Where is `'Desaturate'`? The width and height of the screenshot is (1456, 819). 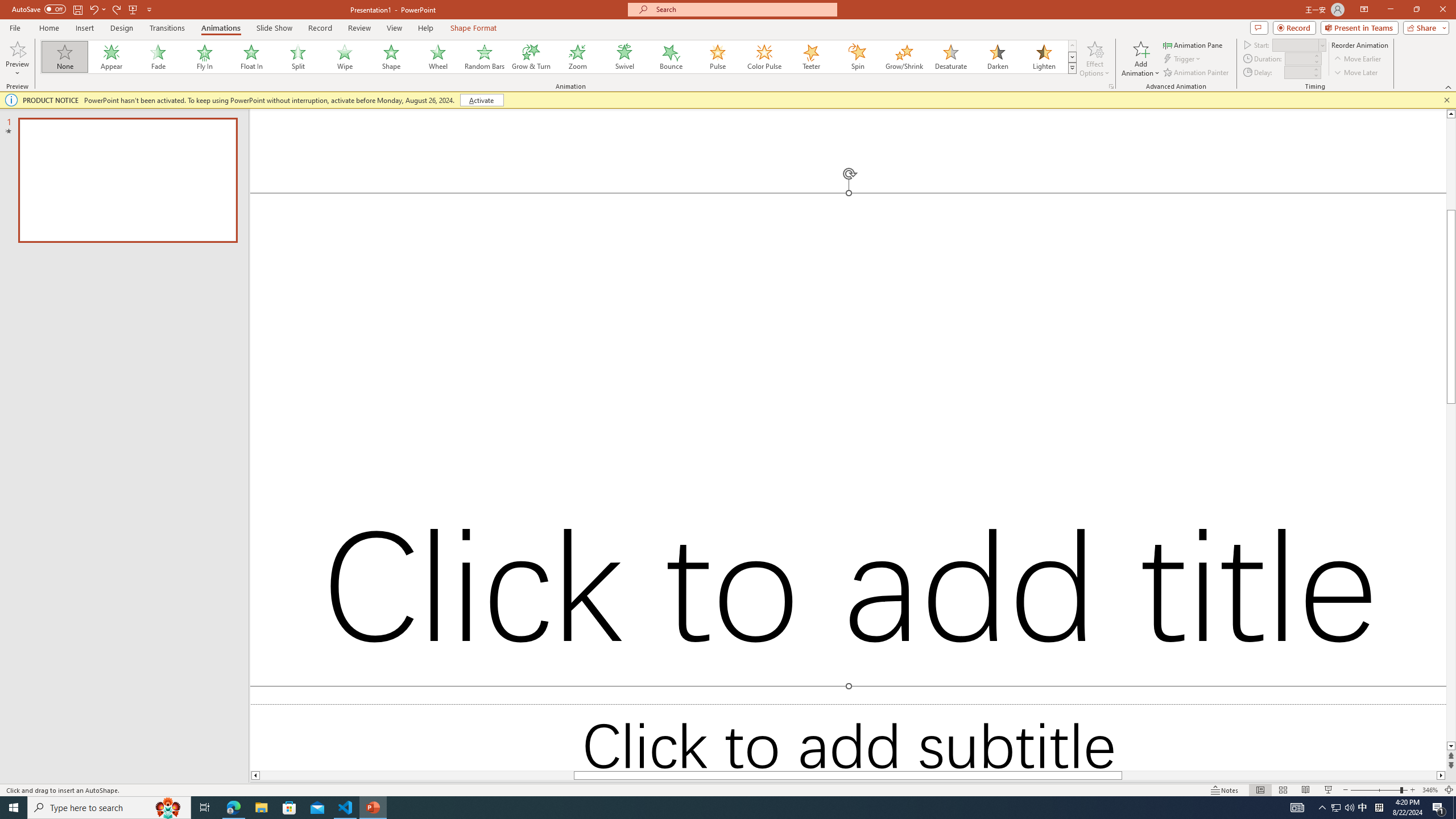 'Desaturate' is located at coordinates (950, 56).